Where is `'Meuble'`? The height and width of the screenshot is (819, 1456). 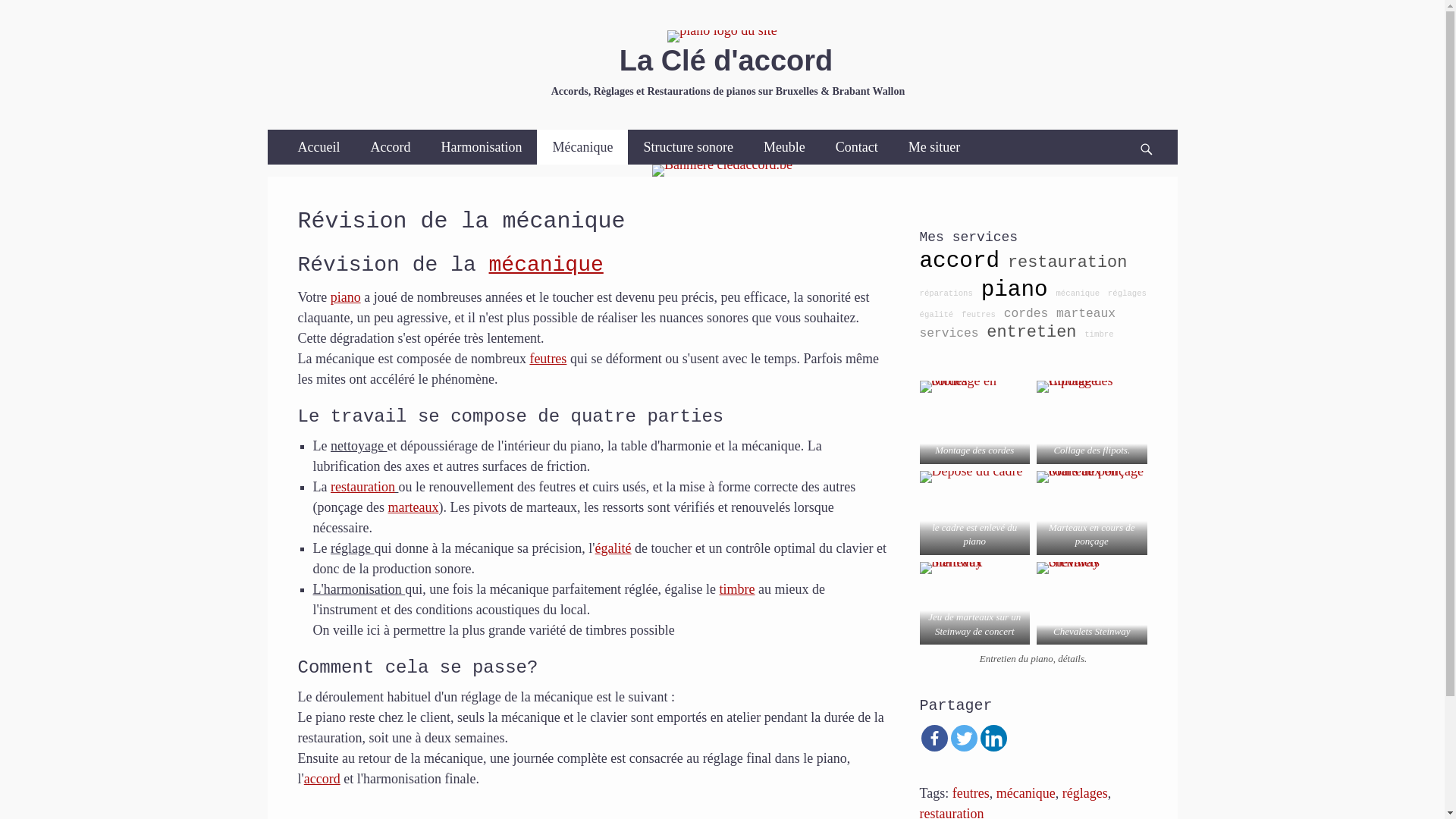 'Meuble' is located at coordinates (784, 146).